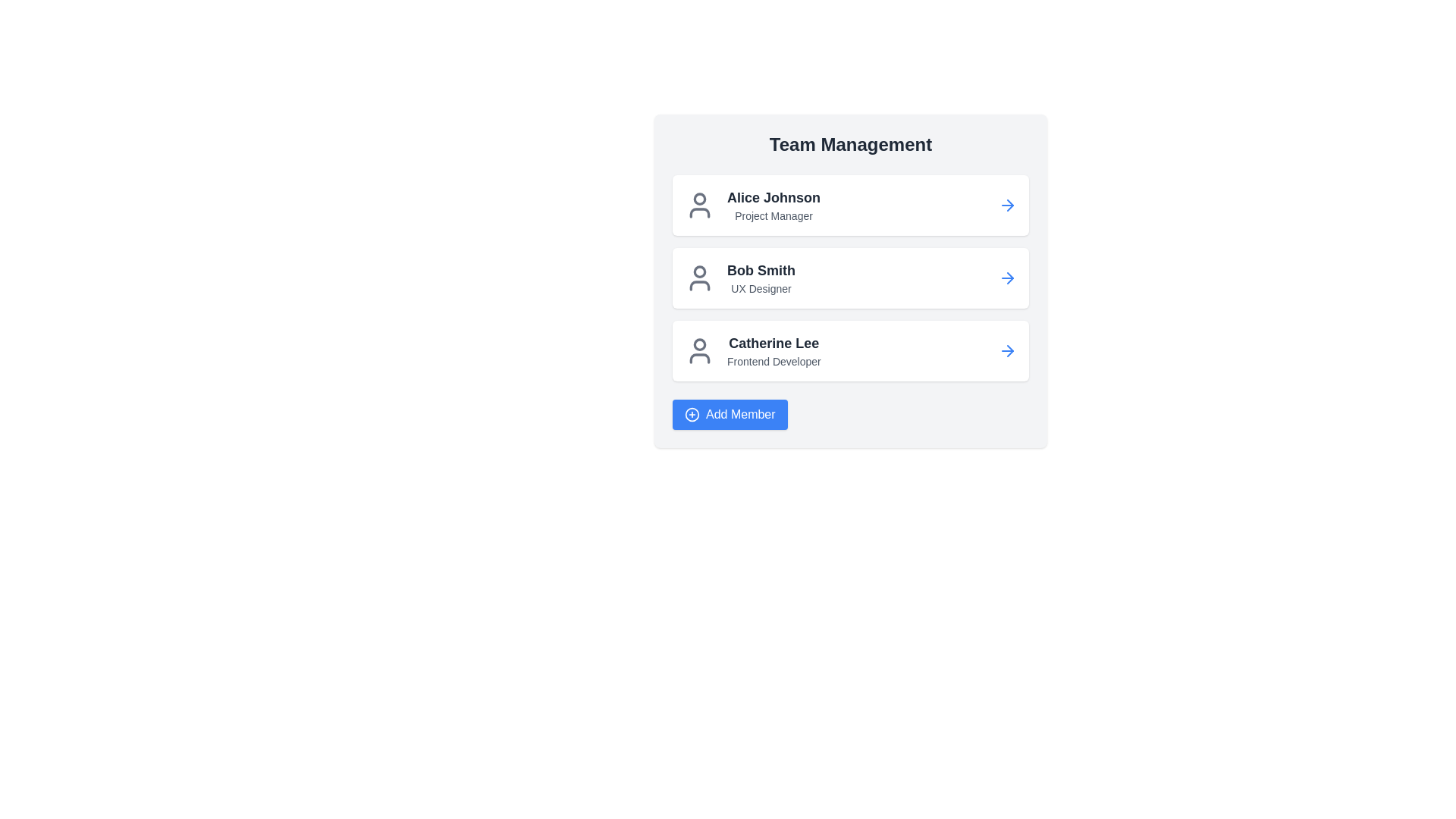  What do you see at coordinates (773, 362) in the screenshot?
I see `the static text label that denotes the professional role associated with 'Catherine Lee', positioned directly beneath her name in the third card of the 'Team Management' section` at bounding box center [773, 362].